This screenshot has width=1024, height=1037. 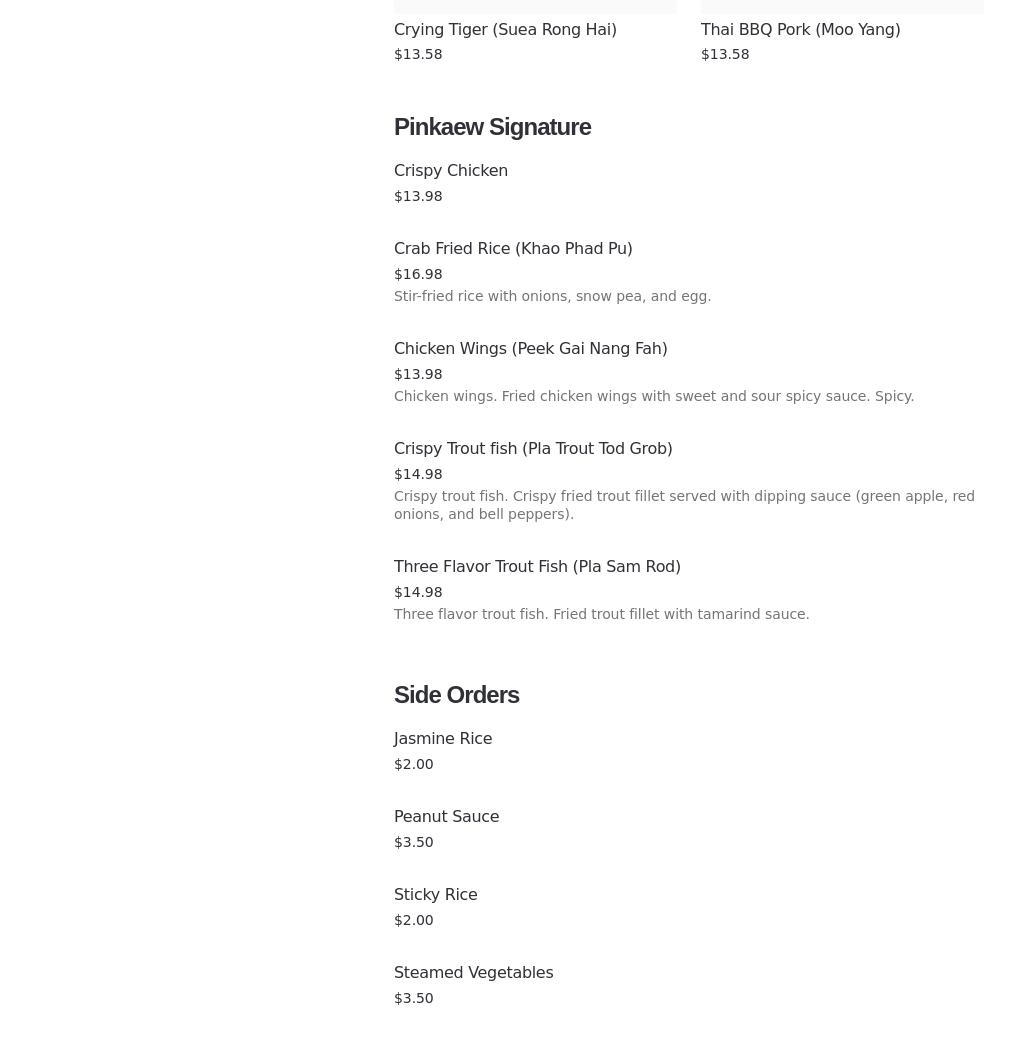 I want to click on 'Stir-fried rice with onions, snow pea, and egg.', so click(x=552, y=294).